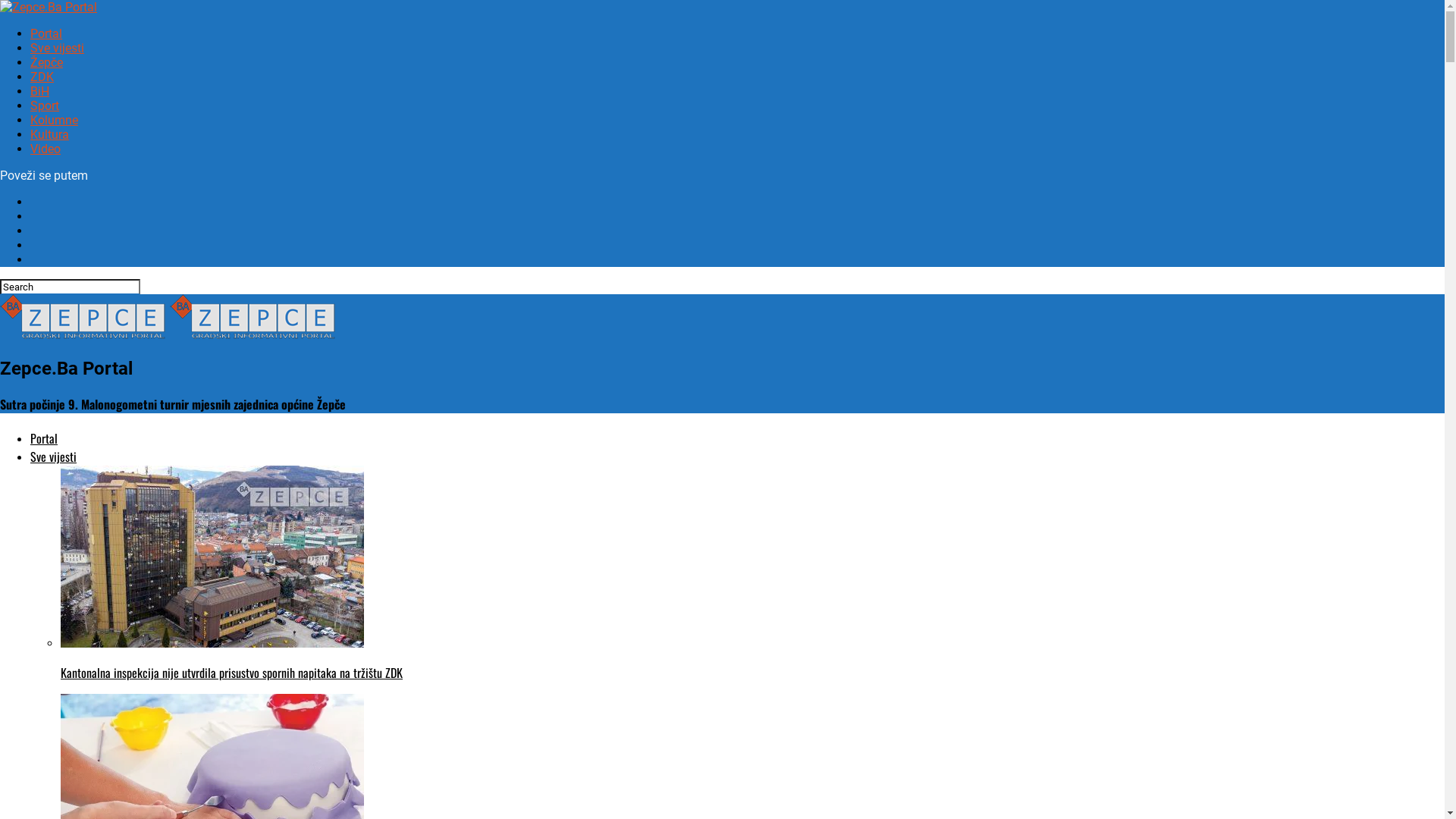 This screenshot has width=1456, height=819. What do you see at coordinates (54, 119) in the screenshot?
I see `'Kolumne'` at bounding box center [54, 119].